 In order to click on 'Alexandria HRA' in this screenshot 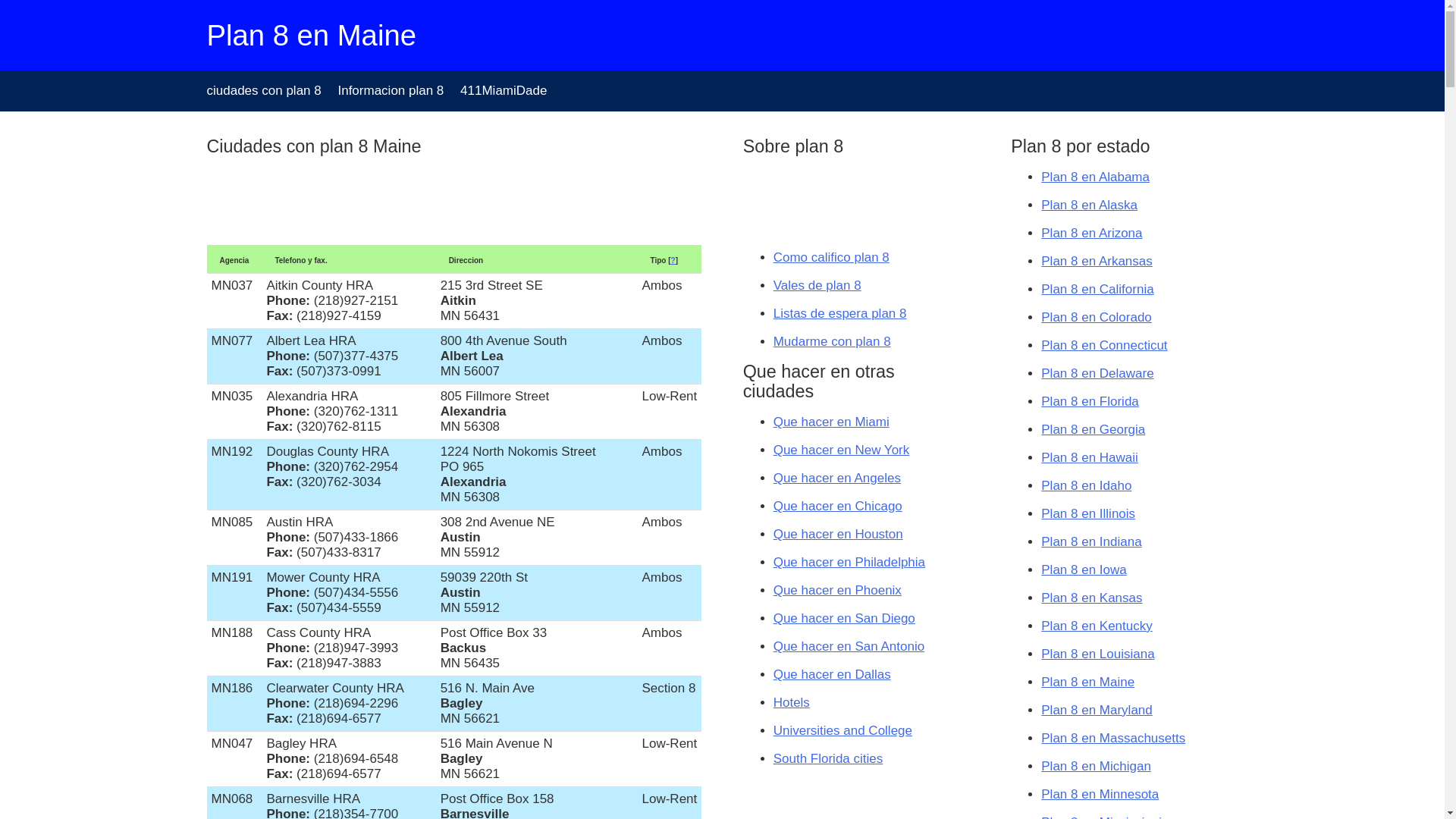, I will do `click(265, 395)`.